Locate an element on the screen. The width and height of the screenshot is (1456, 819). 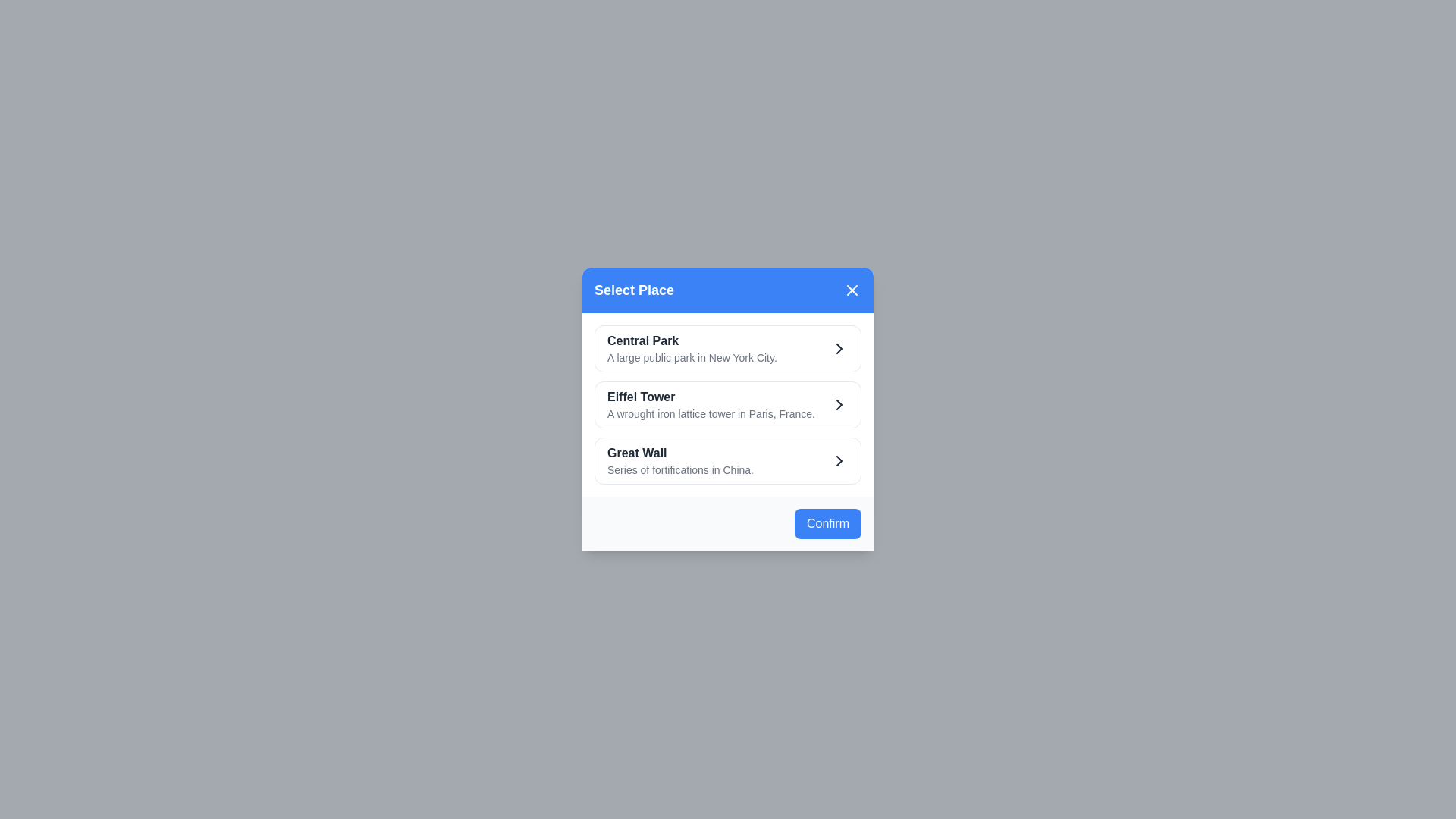
the place Eiffel Tower from the list is located at coordinates (728, 403).